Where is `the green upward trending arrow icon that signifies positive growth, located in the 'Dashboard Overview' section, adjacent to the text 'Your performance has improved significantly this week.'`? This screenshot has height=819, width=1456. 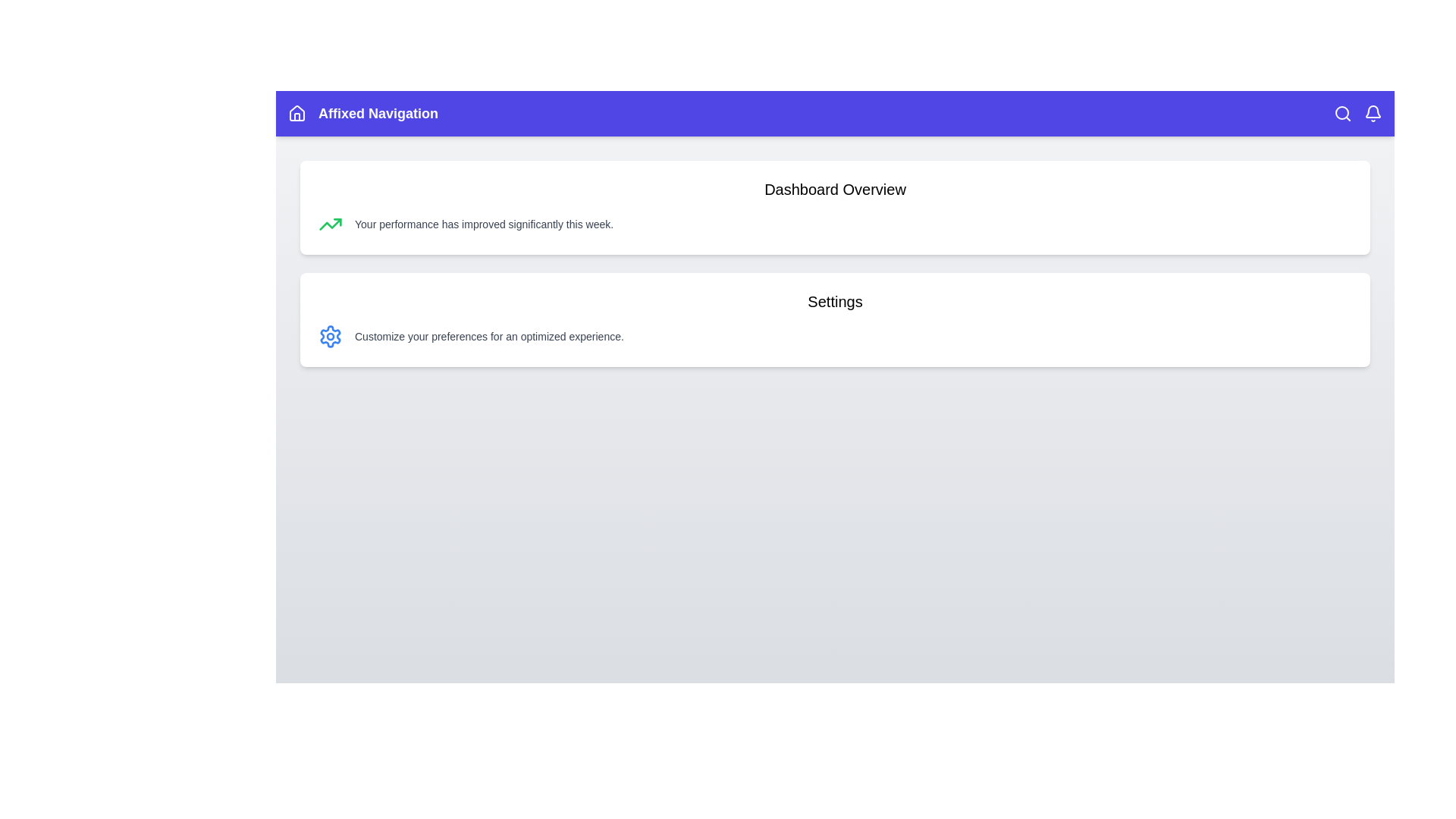 the green upward trending arrow icon that signifies positive growth, located in the 'Dashboard Overview' section, adjacent to the text 'Your performance has improved significantly this week.' is located at coordinates (330, 224).